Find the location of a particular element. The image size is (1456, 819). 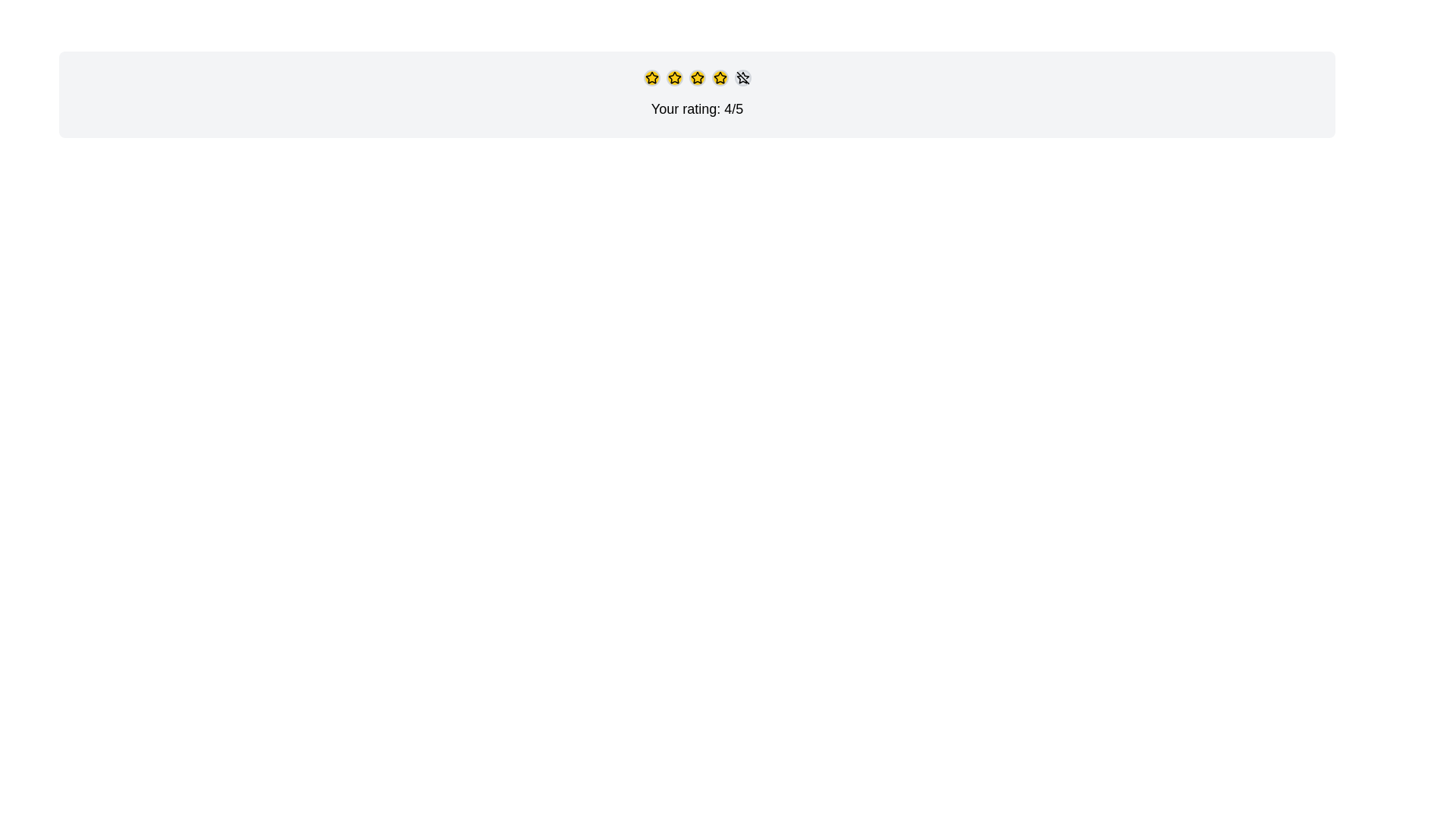

the fifth star icon in the rating system is located at coordinates (742, 78).